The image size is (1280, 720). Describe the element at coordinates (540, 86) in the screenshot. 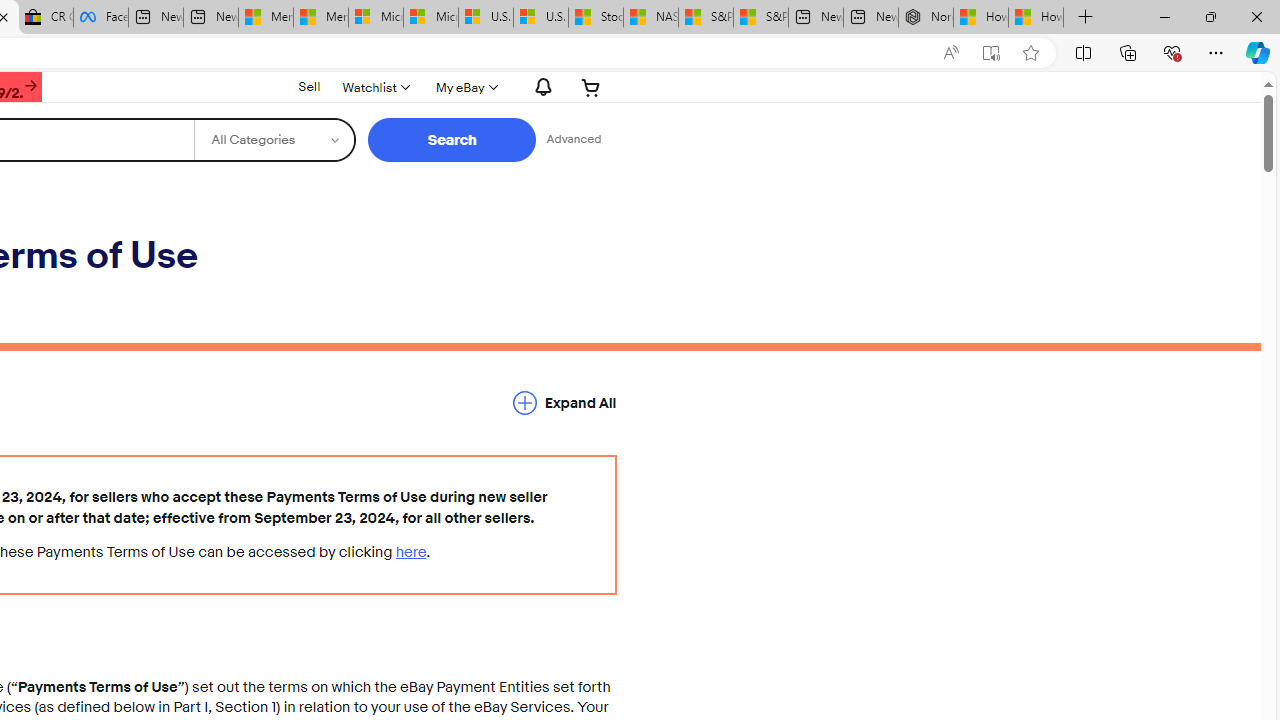

I see `'AutomationID: gh-eb-Alerts'` at that location.